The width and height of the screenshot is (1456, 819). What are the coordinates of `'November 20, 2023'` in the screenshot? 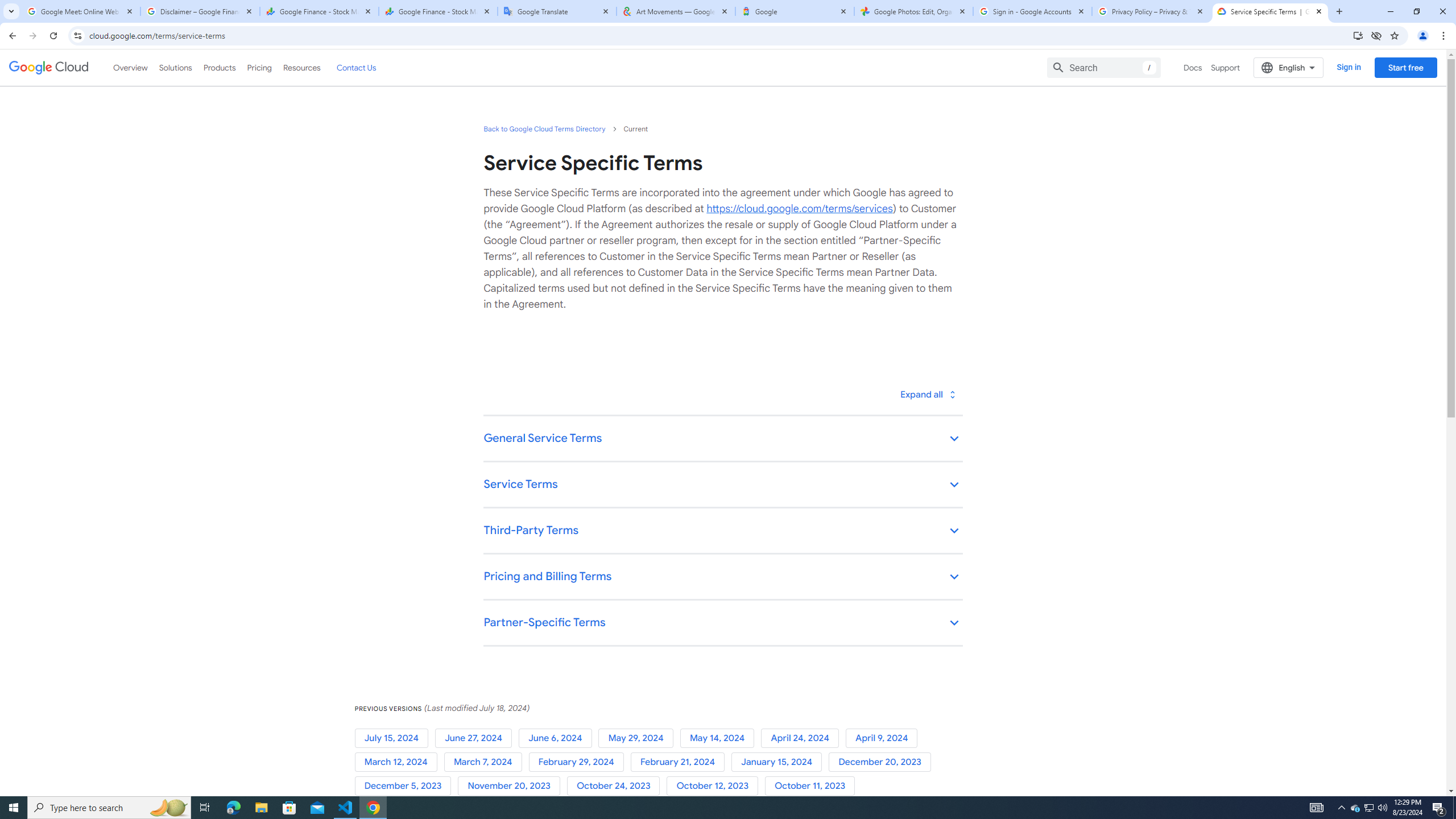 It's located at (511, 786).